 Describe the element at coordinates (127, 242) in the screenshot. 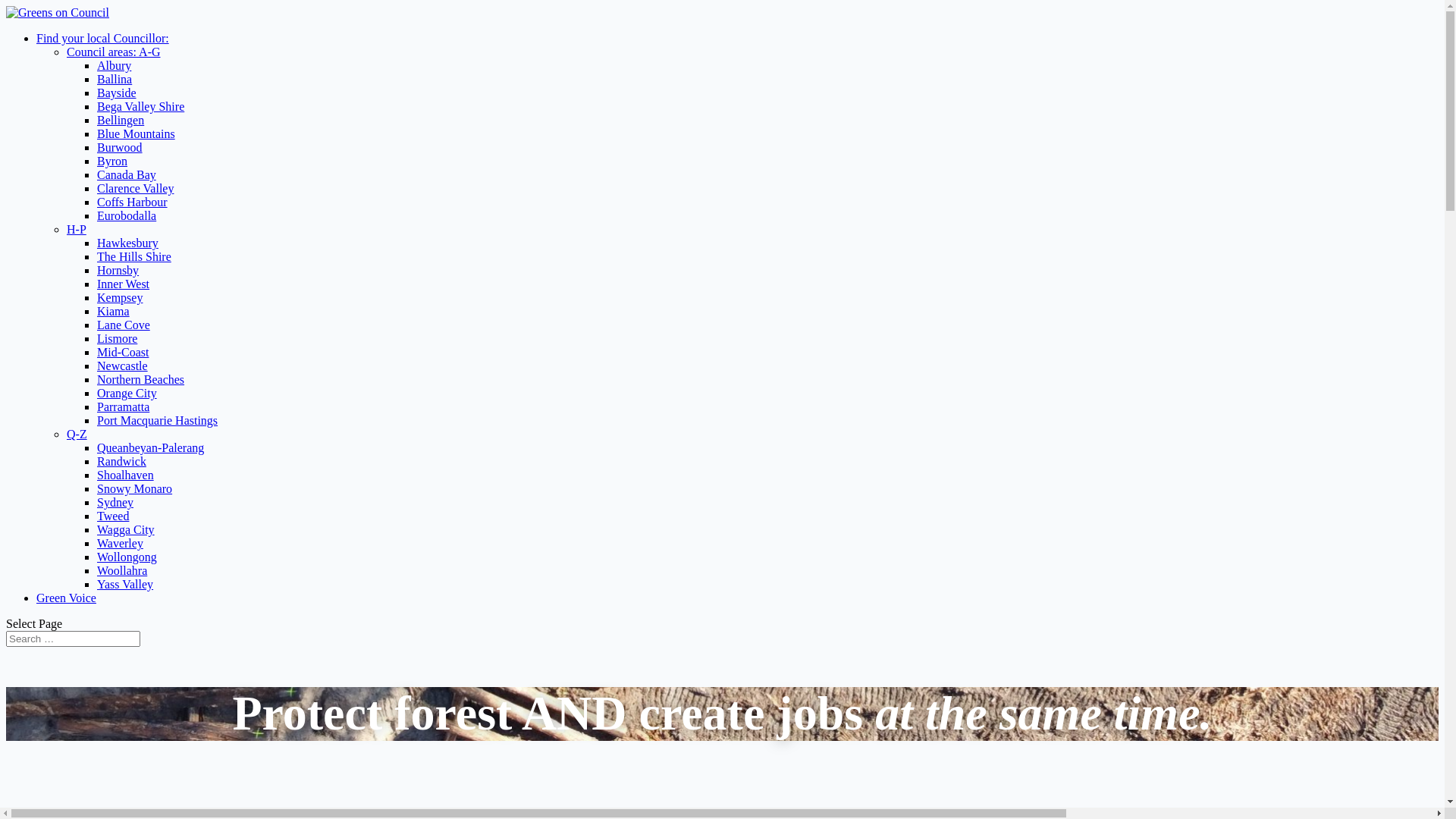

I see `'Hawkesbury'` at that location.